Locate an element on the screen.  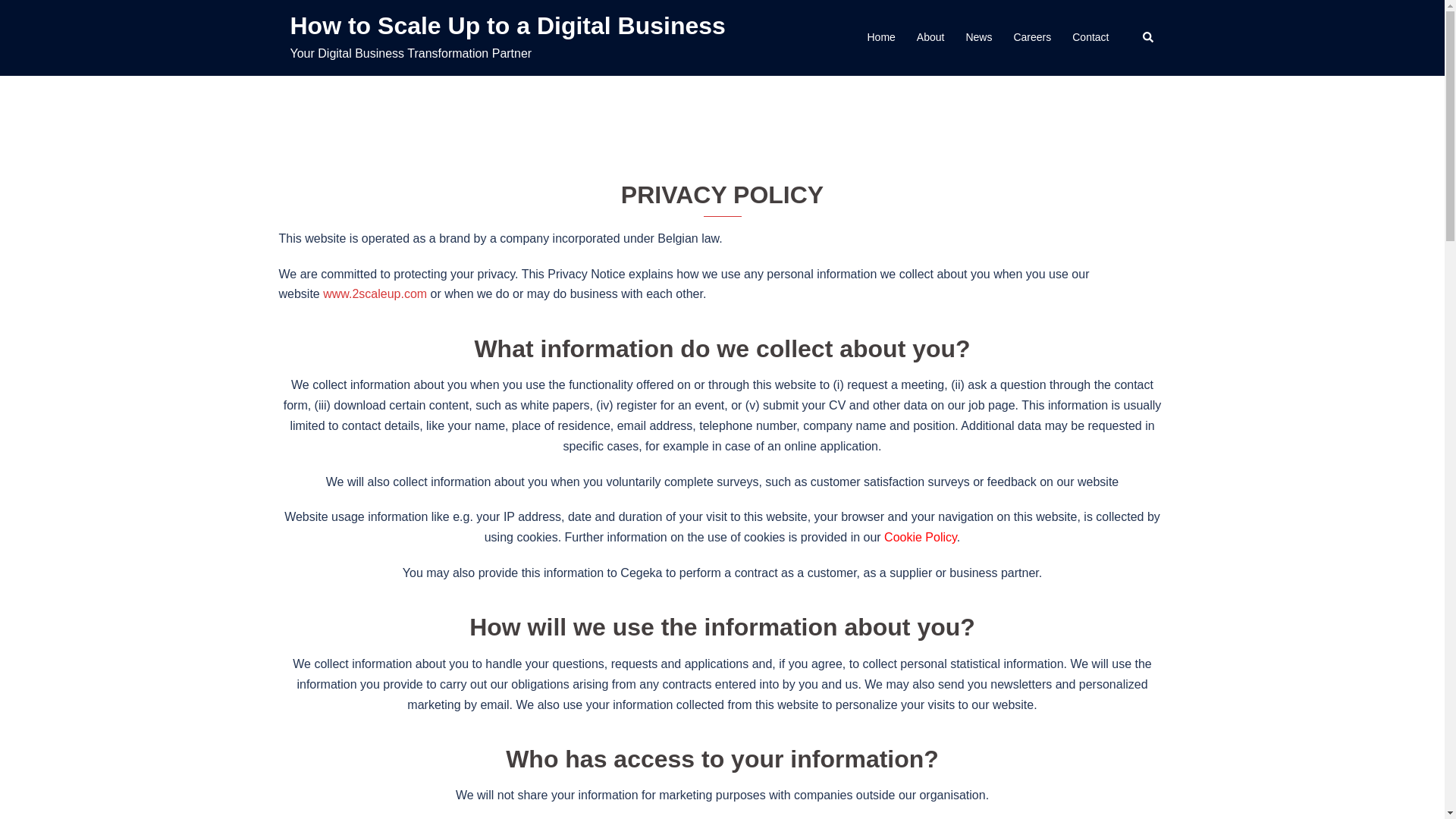
'Home' is located at coordinates (866, 37).